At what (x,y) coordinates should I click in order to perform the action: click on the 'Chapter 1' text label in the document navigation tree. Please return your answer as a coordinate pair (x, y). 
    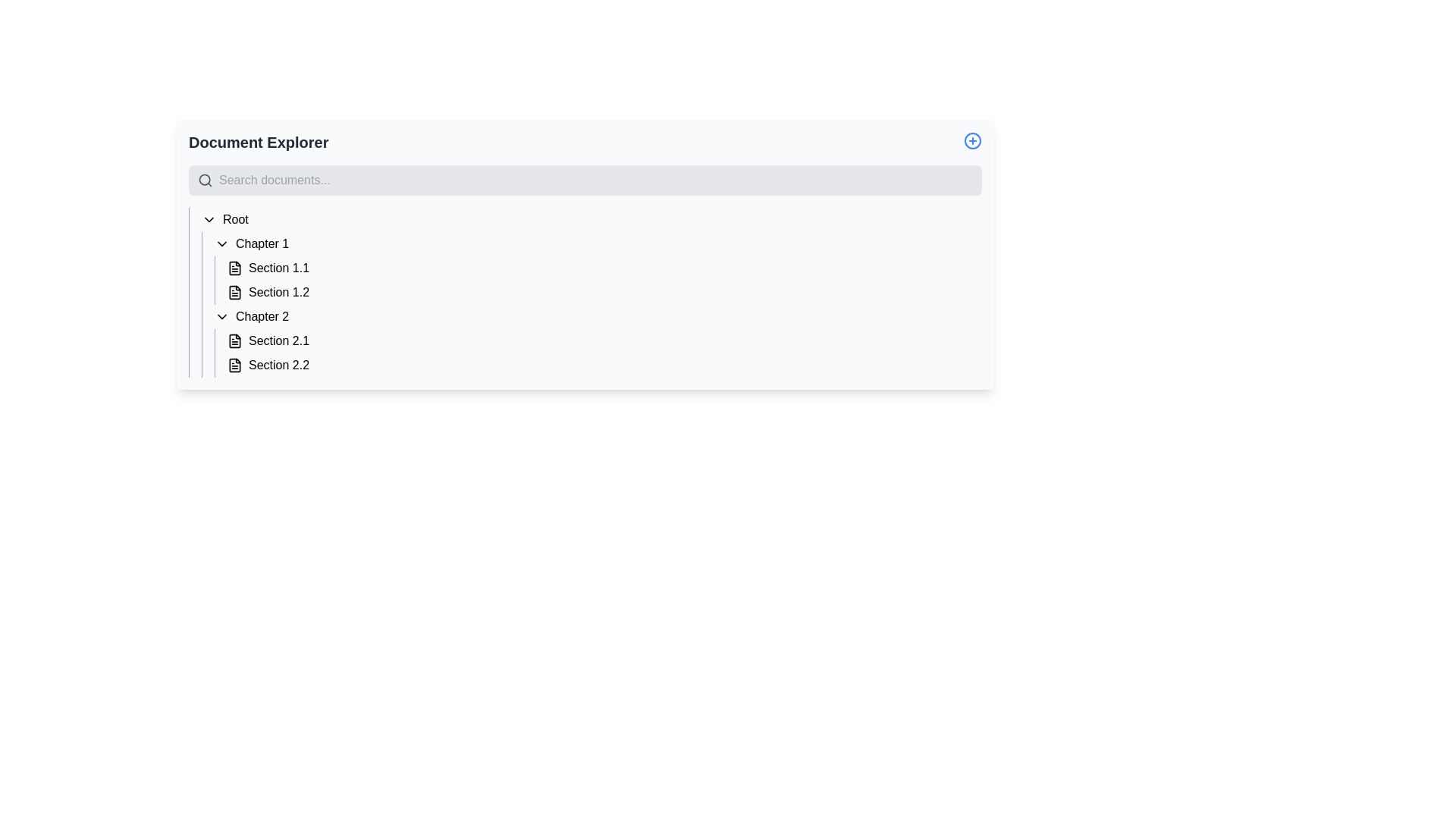
    Looking at the image, I should click on (262, 243).